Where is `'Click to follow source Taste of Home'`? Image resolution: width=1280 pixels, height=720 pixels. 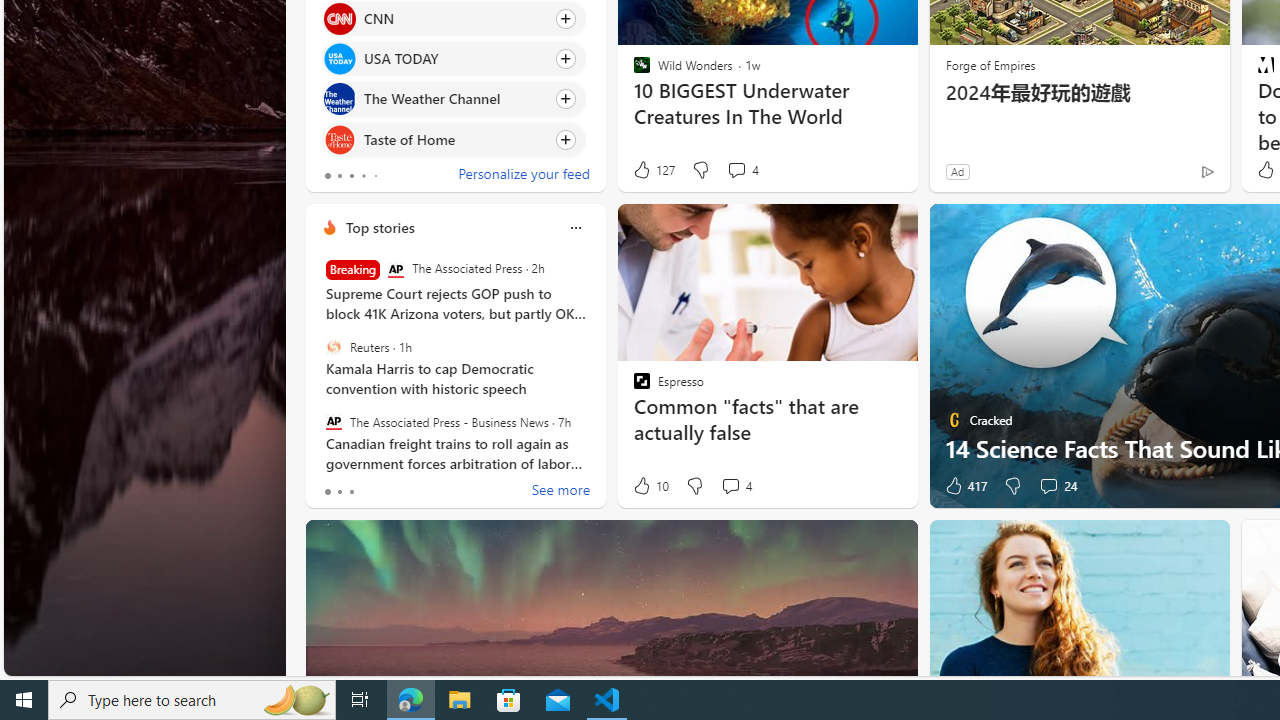 'Click to follow source Taste of Home' is located at coordinates (452, 138).